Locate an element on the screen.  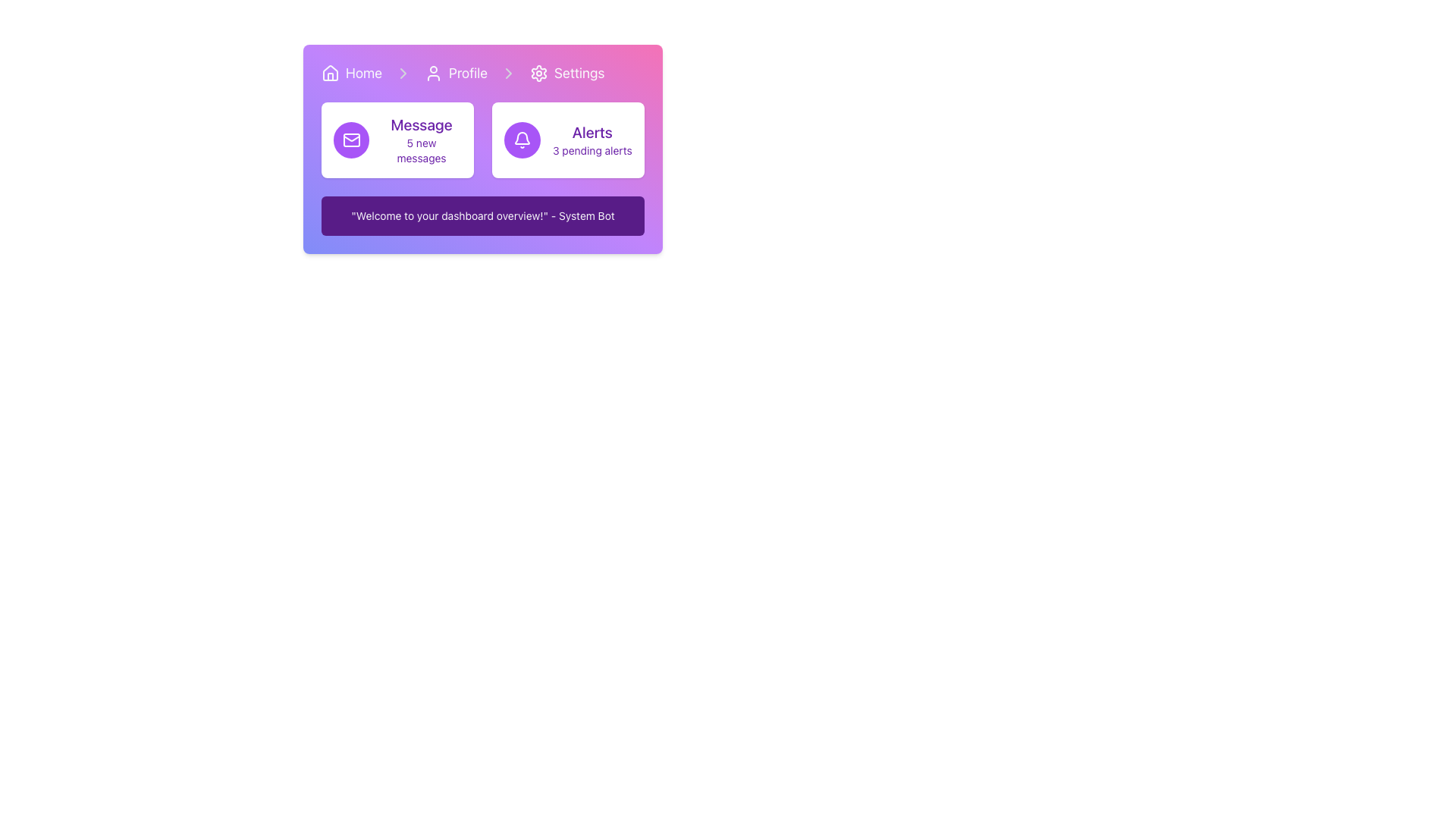
the 'Home' button in the navigation bar, which displays the text 'Home' beside a house icon, styled in white against a light purple background is located at coordinates (351, 73).